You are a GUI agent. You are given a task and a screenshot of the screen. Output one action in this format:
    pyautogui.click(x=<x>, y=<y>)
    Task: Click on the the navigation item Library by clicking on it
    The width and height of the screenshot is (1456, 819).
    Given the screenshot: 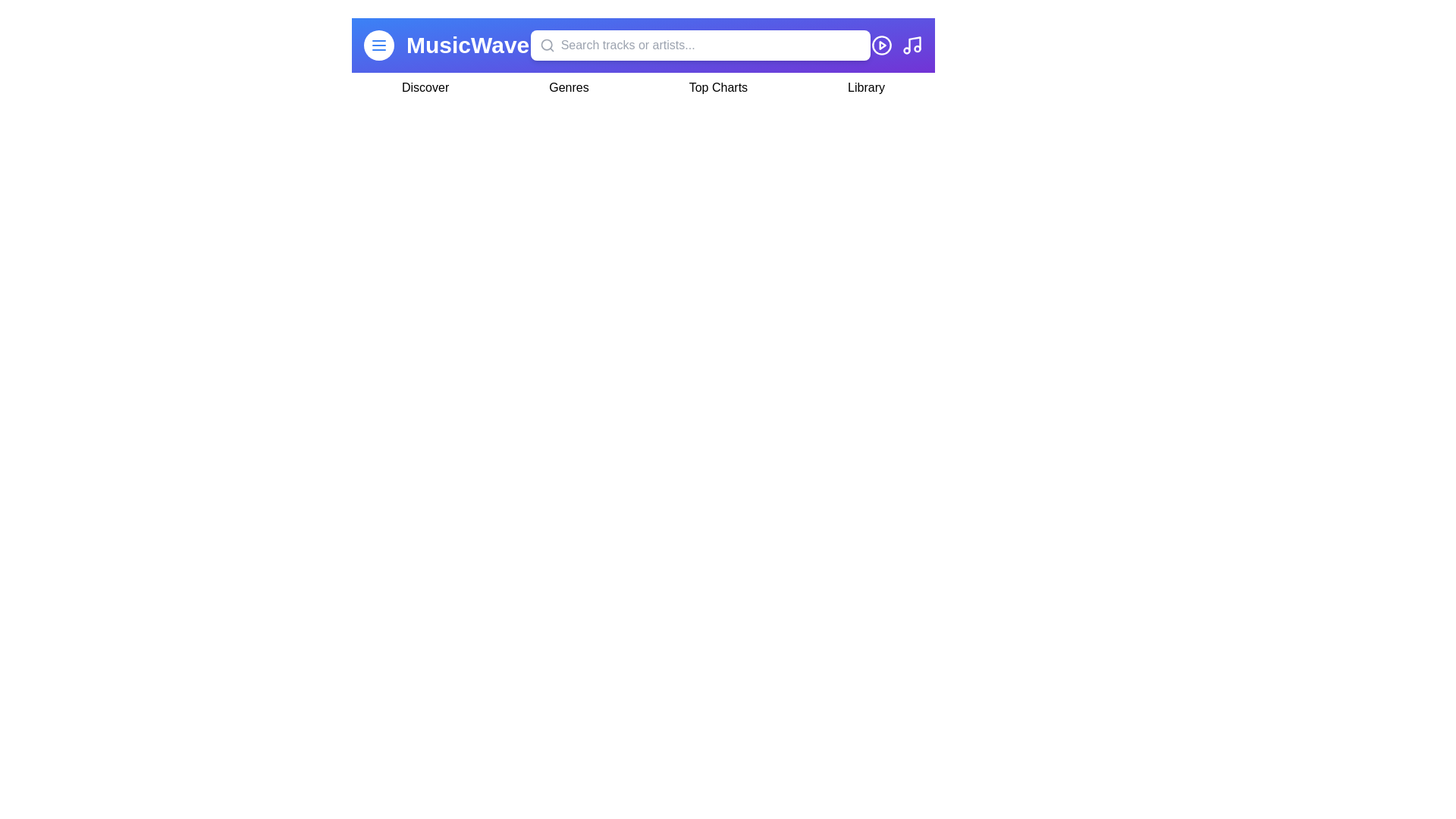 What is the action you would take?
    pyautogui.click(x=866, y=87)
    